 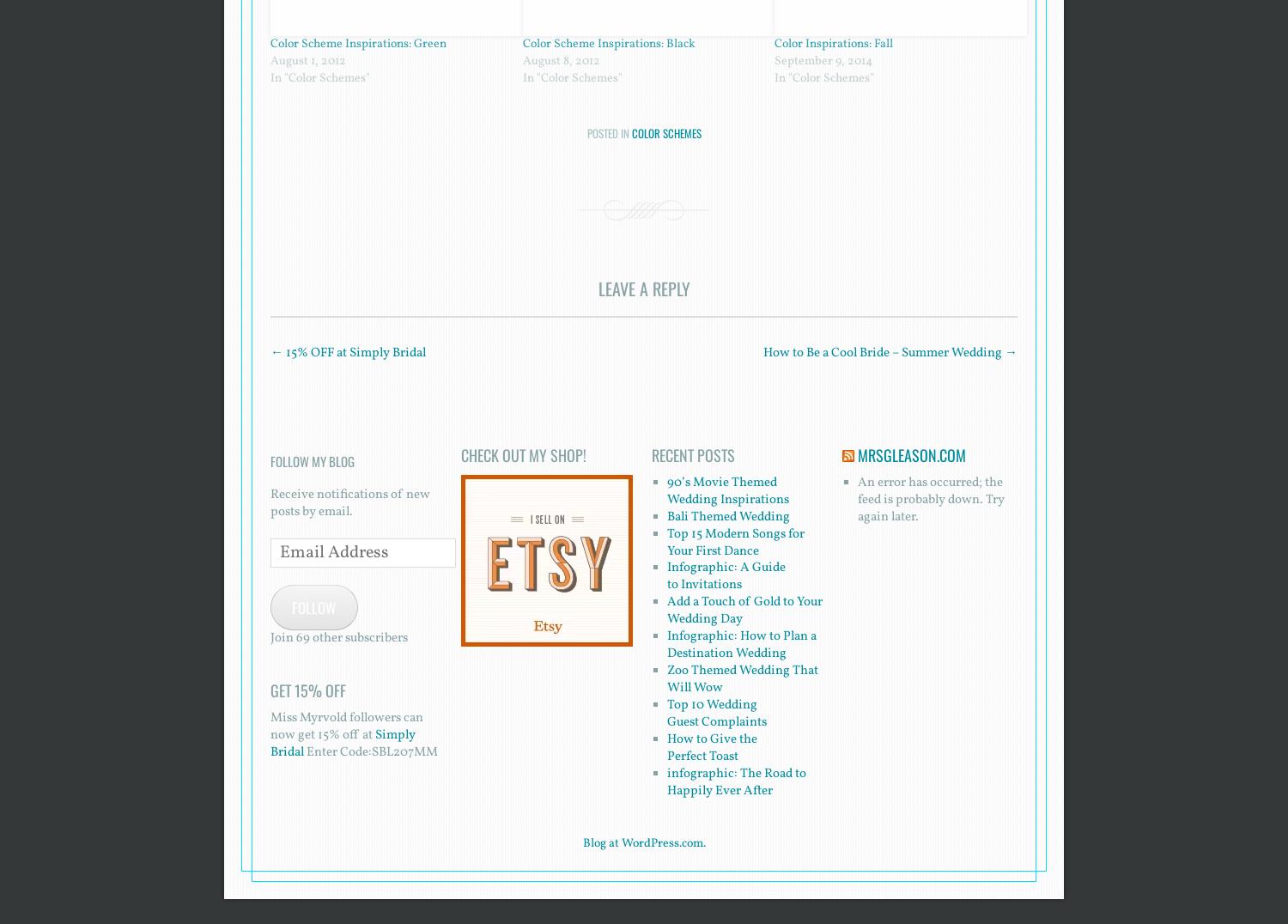 I want to click on 'Infographic: How to Plan a Destination Wedding', so click(x=739, y=644).